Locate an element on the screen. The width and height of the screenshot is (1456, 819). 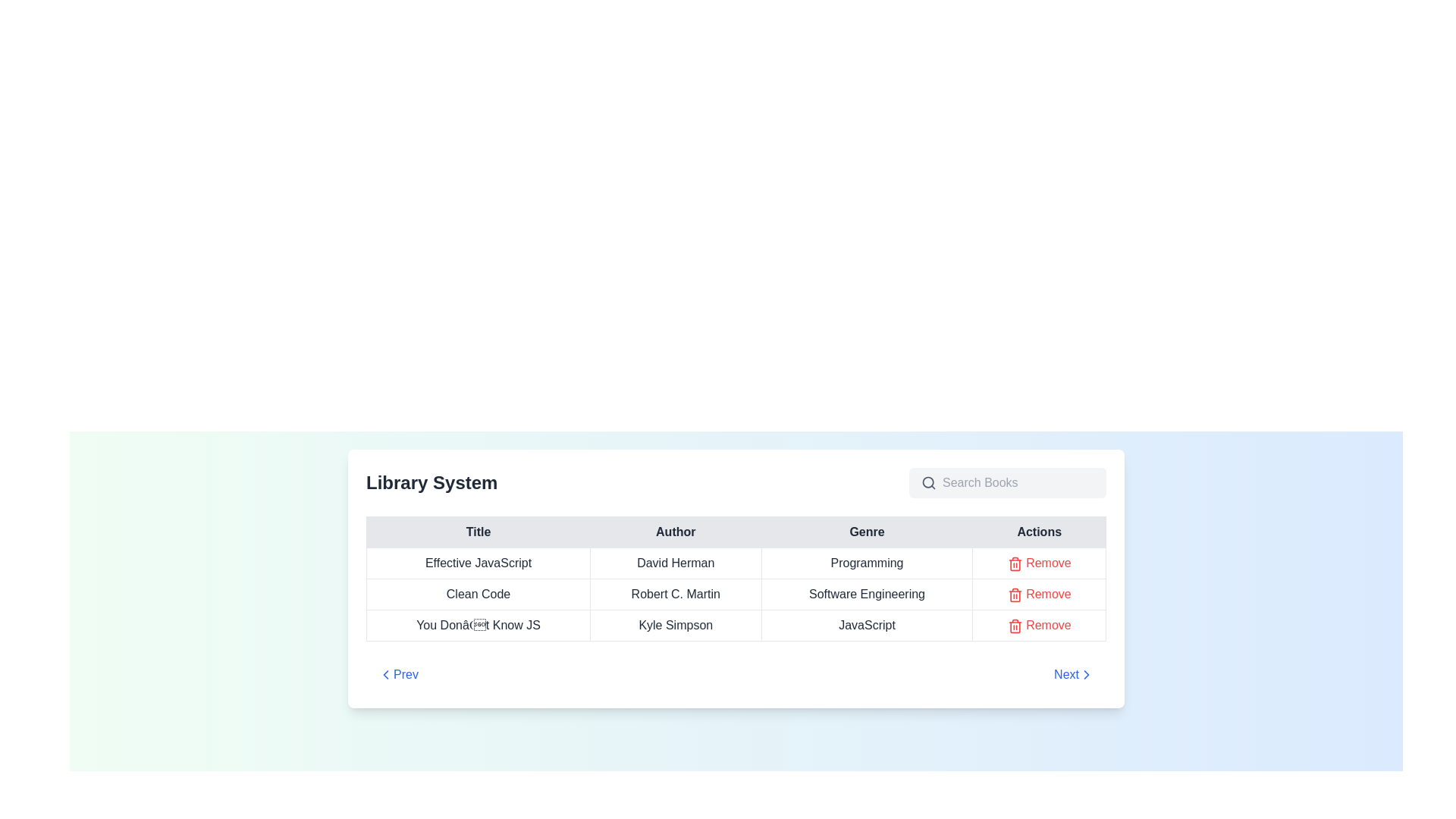
the first trash can icon under the 'Actions' column associated with 'Effective JavaScript' by 'David Herman' to invoke the delete action is located at coordinates (1015, 563).